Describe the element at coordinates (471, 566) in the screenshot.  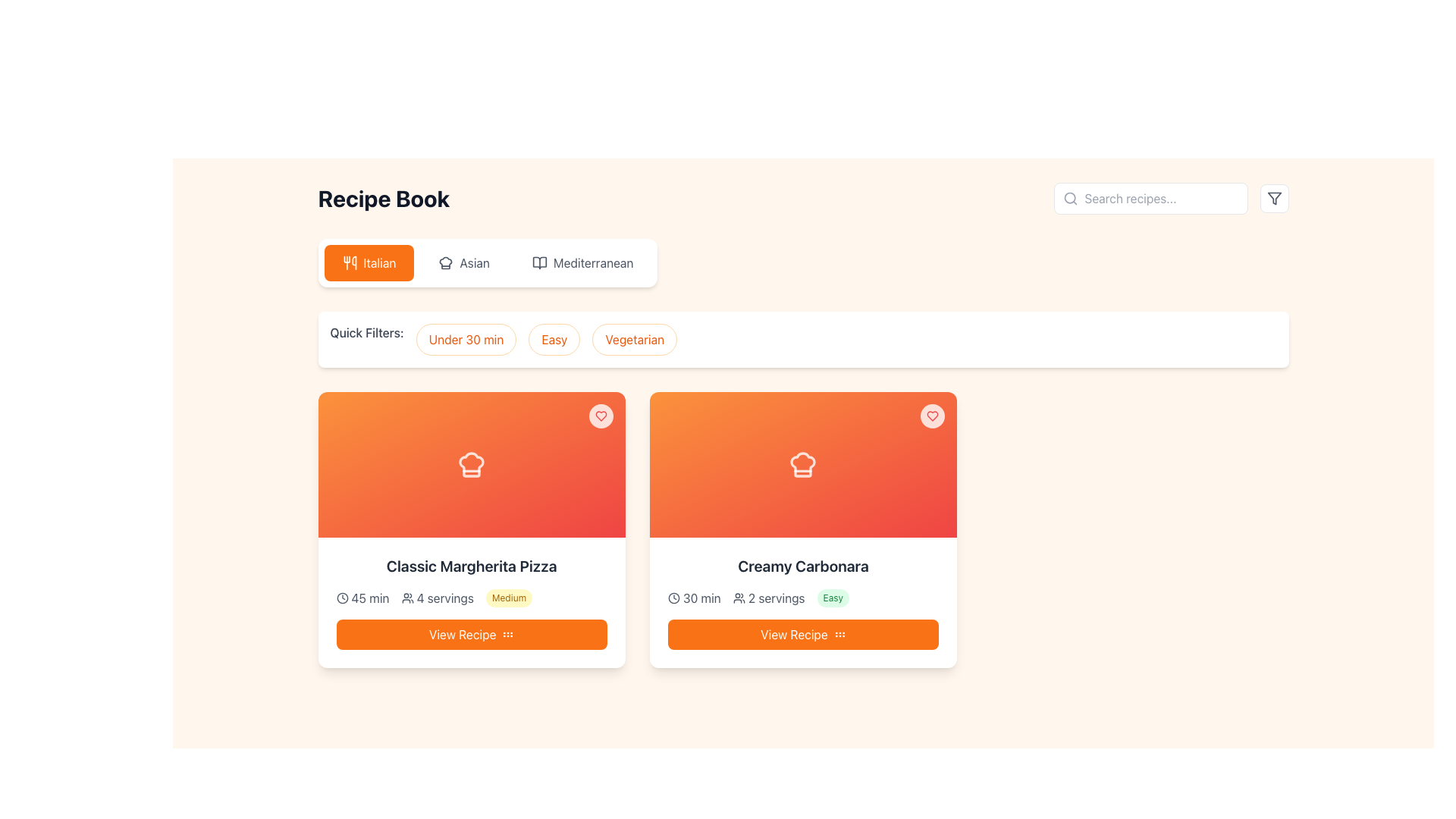
I see `the text label that reads 'Classic Margherita Pizza', which is styled with a large, bold font in dark gray, located near the top of the first recipe card` at that location.